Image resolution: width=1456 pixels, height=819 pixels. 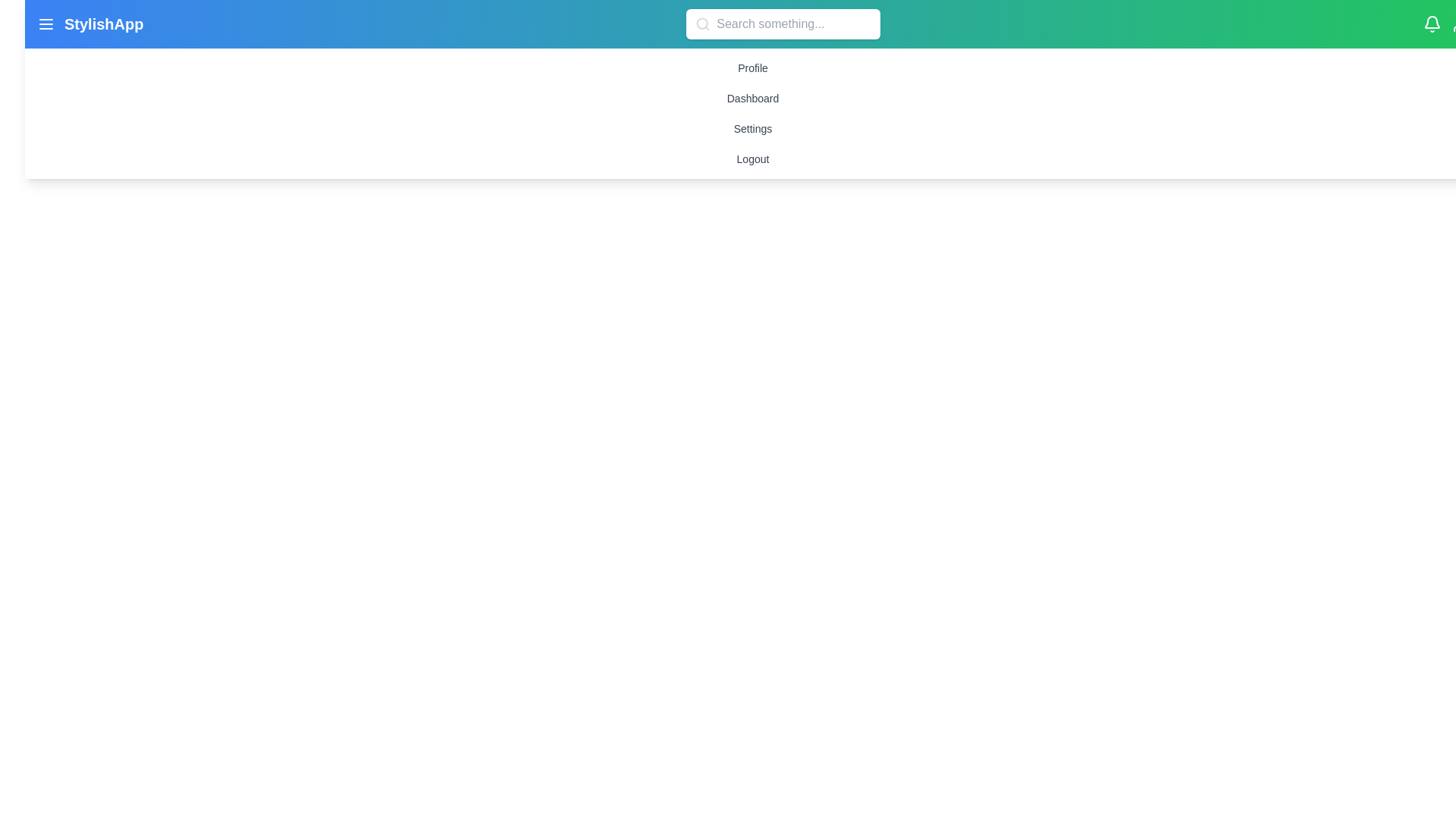 What do you see at coordinates (103, 24) in the screenshot?
I see `the 'StylishApp' text label, which is styled with bold, extra-large font and appears on a gradient blue background, located to the right of the menu icon in the application header` at bounding box center [103, 24].